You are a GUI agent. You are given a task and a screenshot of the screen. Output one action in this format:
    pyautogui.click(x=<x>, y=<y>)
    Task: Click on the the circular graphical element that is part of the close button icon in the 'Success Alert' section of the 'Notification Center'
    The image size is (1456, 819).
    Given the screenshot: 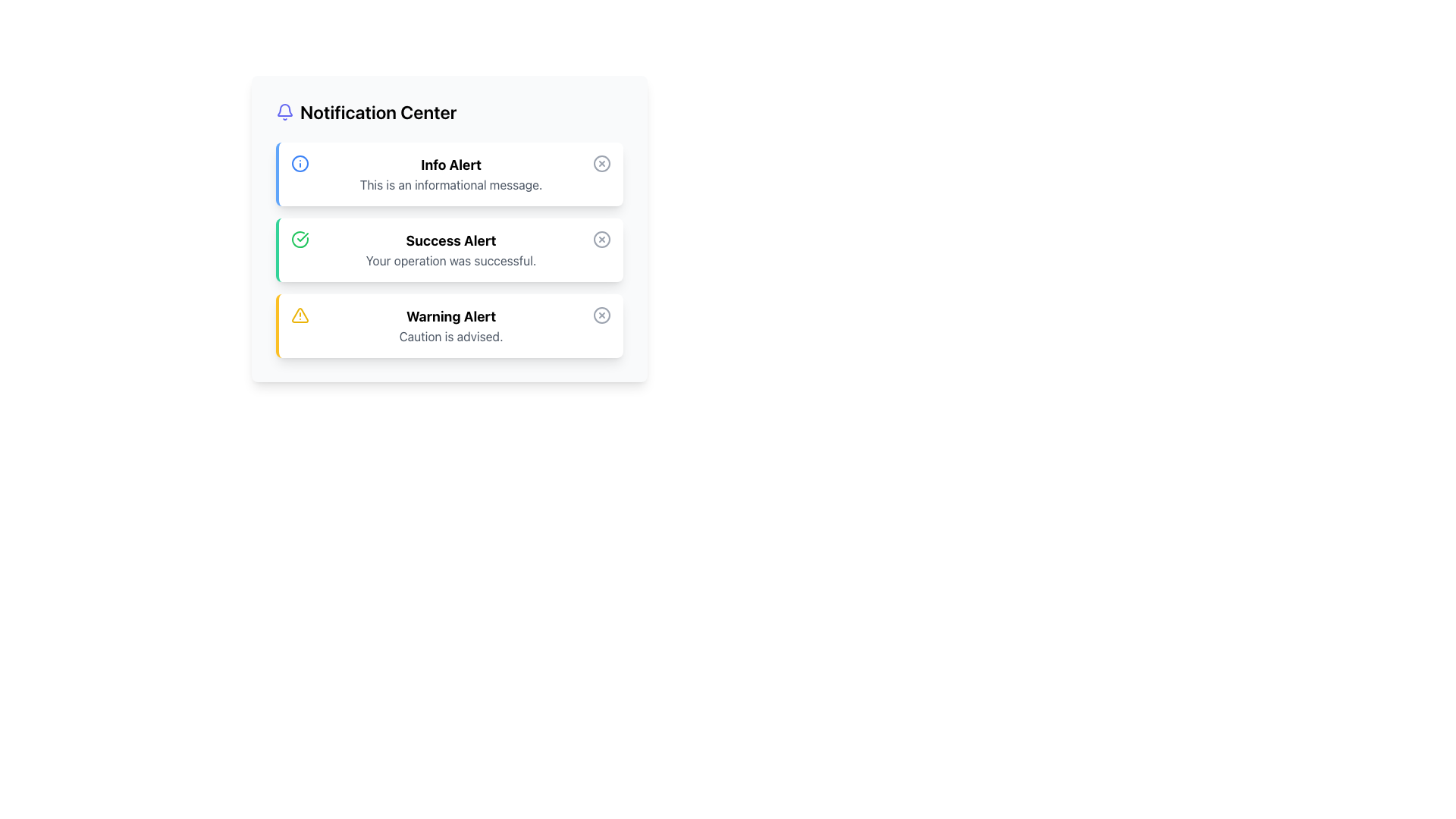 What is the action you would take?
    pyautogui.click(x=601, y=239)
    